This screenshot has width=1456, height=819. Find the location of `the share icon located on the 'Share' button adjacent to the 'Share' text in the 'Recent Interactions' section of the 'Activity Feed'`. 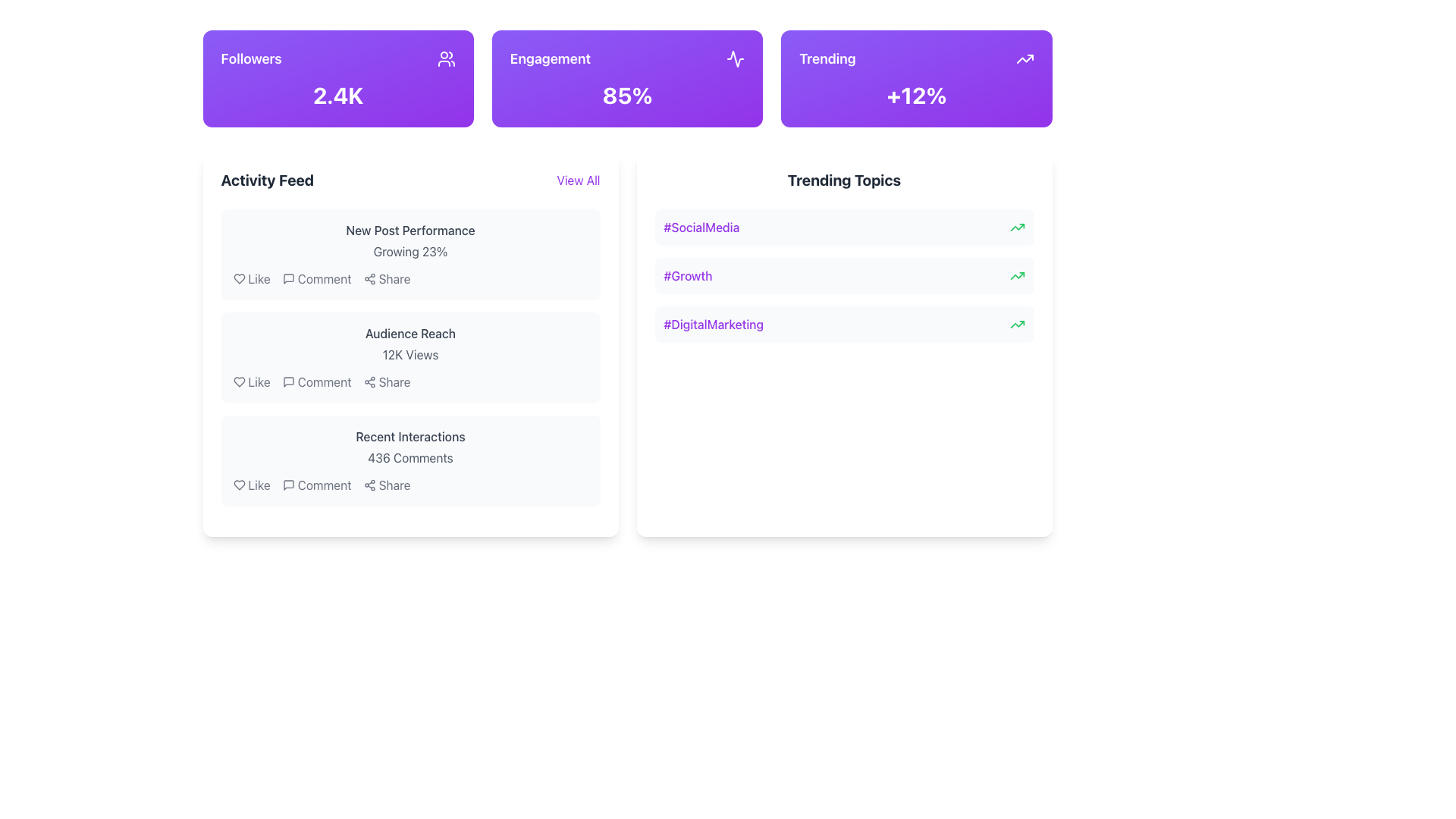

the share icon located on the 'Share' button adjacent to the 'Share' text in the 'Recent Interactions' section of the 'Activity Feed' is located at coordinates (369, 485).